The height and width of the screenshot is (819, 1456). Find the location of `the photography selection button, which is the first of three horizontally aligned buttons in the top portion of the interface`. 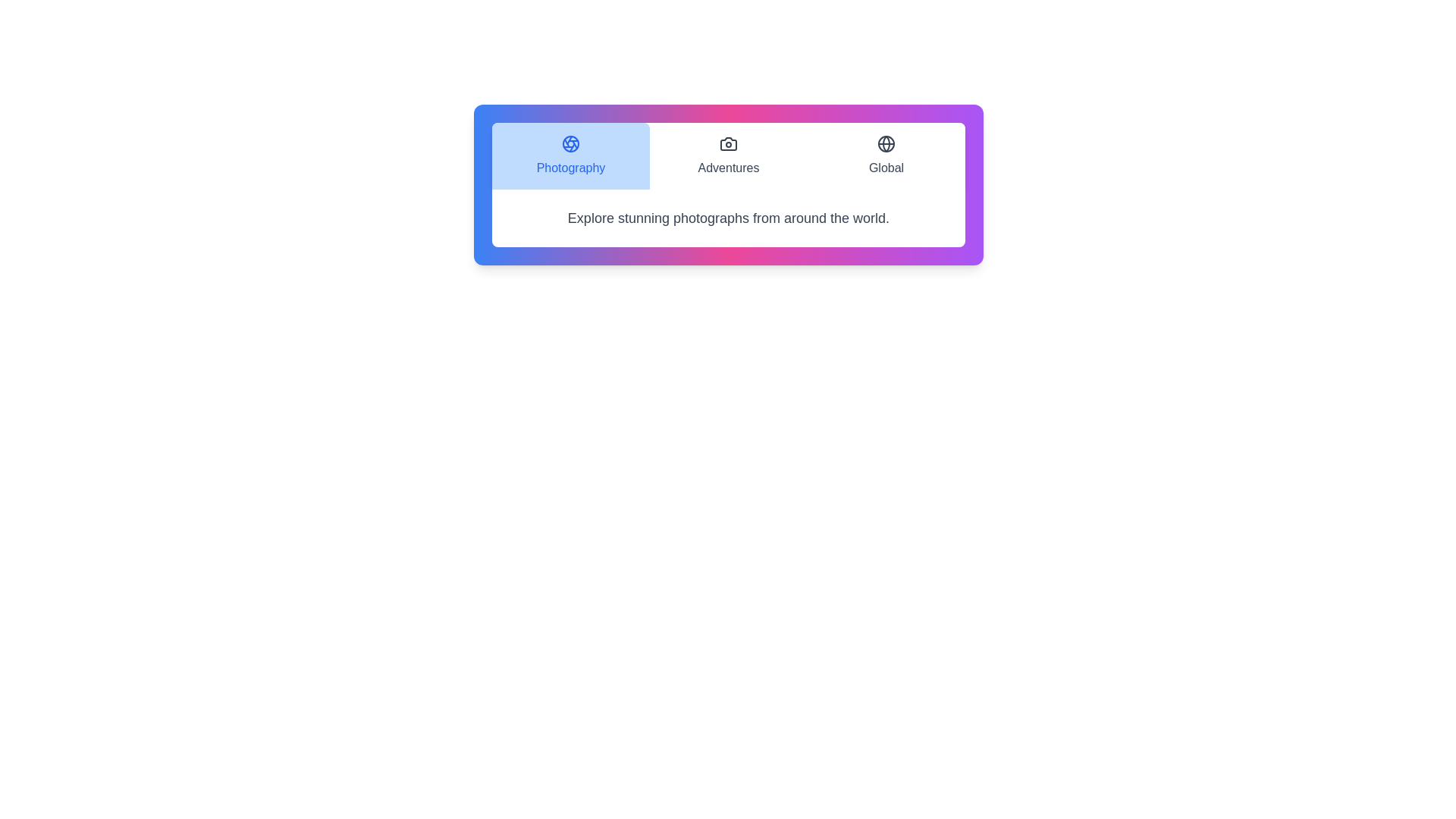

the photography selection button, which is the first of three horizontally aligned buttons in the top portion of the interface is located at coordinates (570, 155).